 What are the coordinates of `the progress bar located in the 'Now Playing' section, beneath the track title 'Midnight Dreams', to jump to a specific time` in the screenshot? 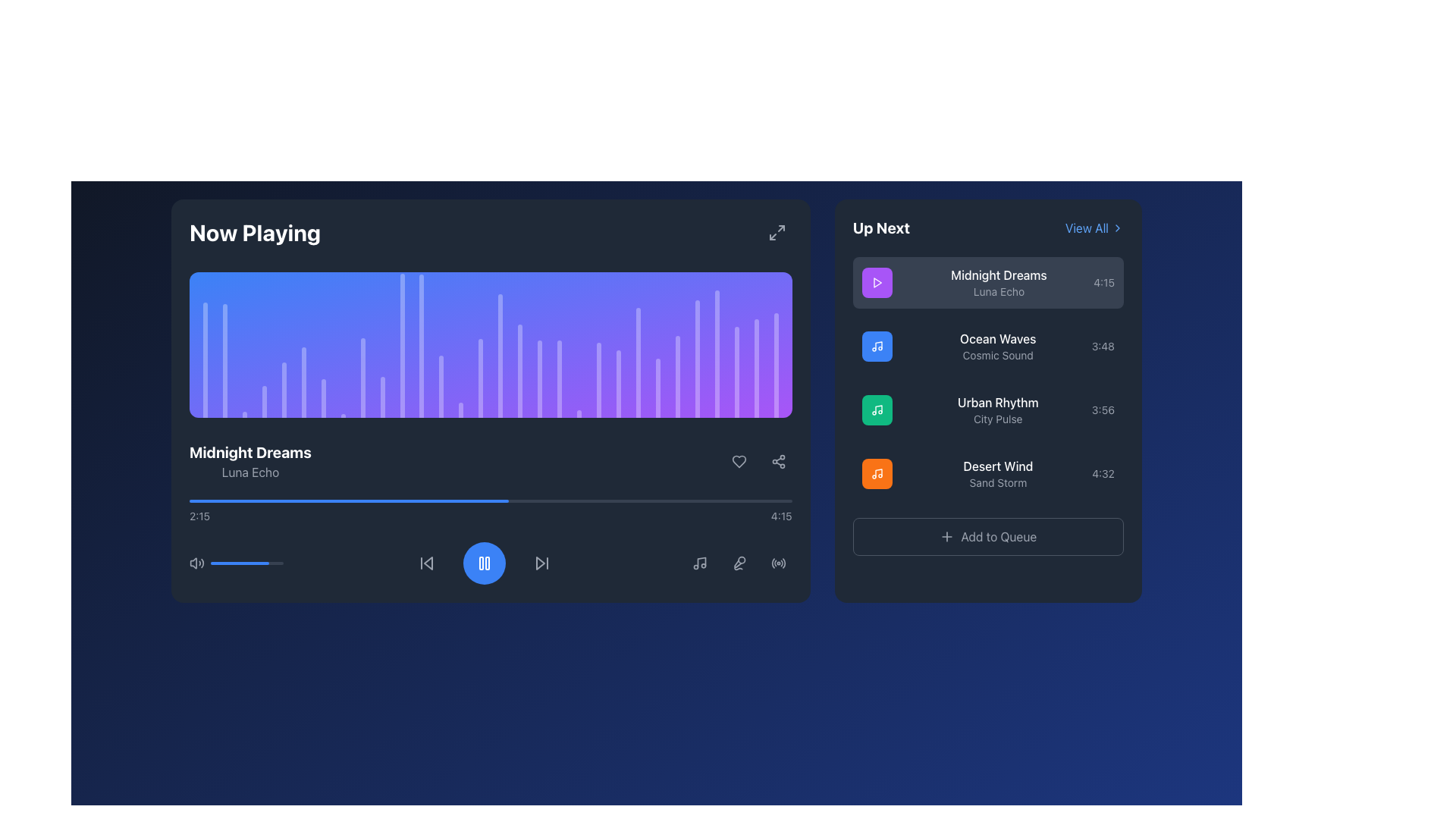 It's located at (491, 512).